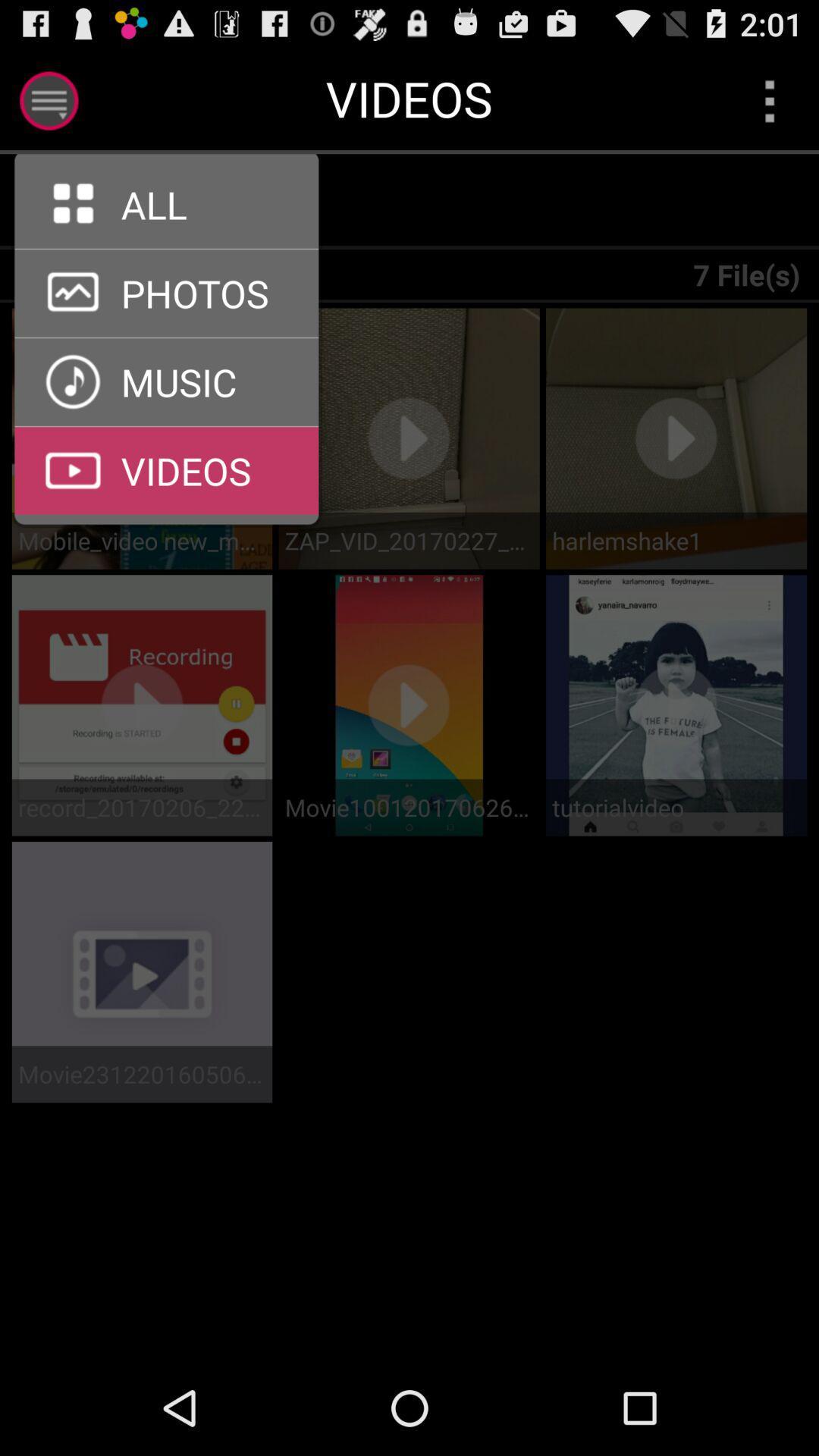 The width and height of the screenshot is (819, 1456). What do you see at coordinates (175, 201) in the screenshot?
I see `the icon to the left of the 7 file(s)` at bounding box center [175, 201].